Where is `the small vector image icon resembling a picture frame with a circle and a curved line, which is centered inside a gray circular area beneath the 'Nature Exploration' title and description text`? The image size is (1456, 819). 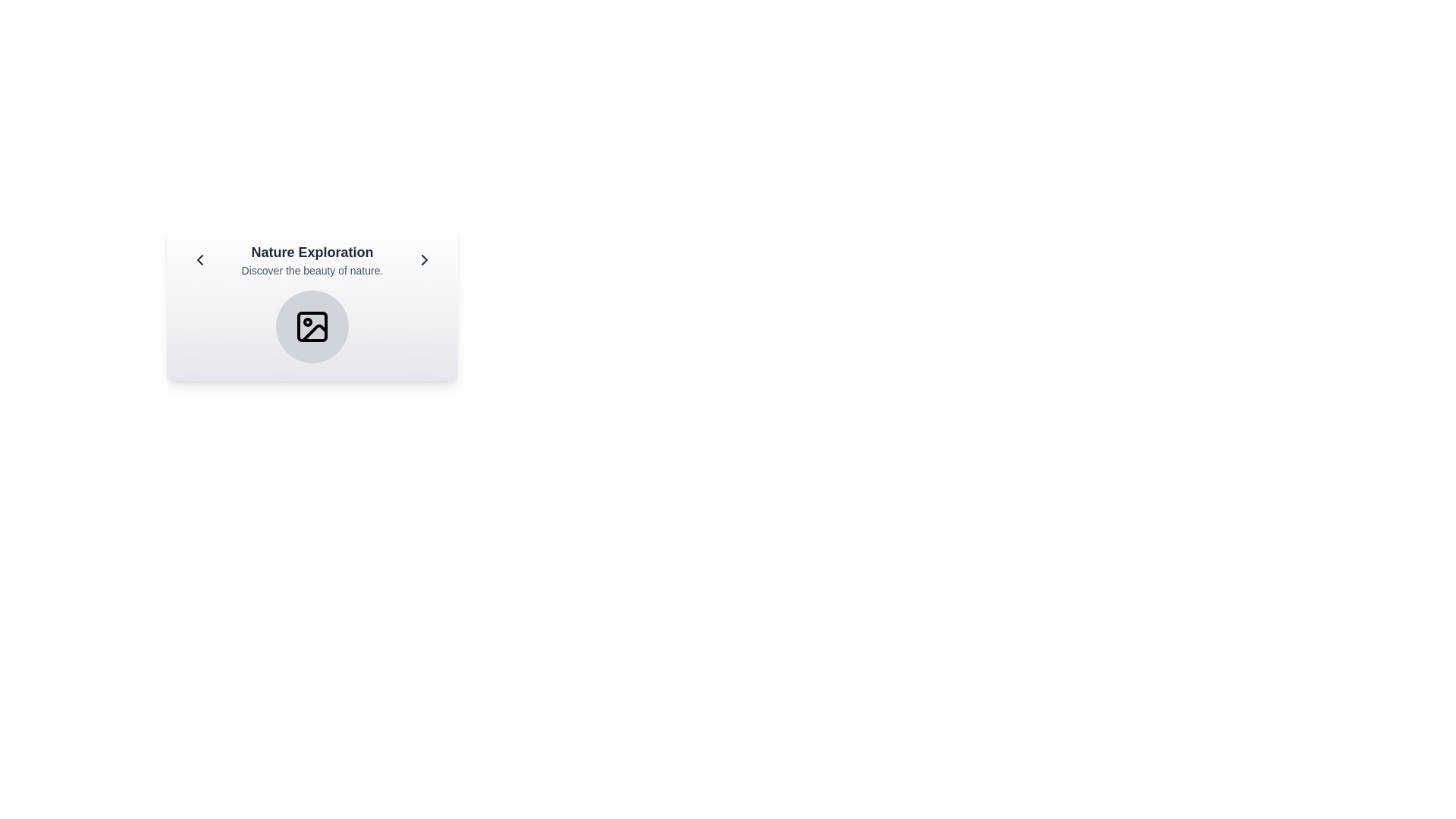
the small vector image icon resembling a picture frame with a circle and a curved line, which is centered inside a gray circular area beneath the 'Nature Exploration' title and description text is located at coordinates (312, 326).